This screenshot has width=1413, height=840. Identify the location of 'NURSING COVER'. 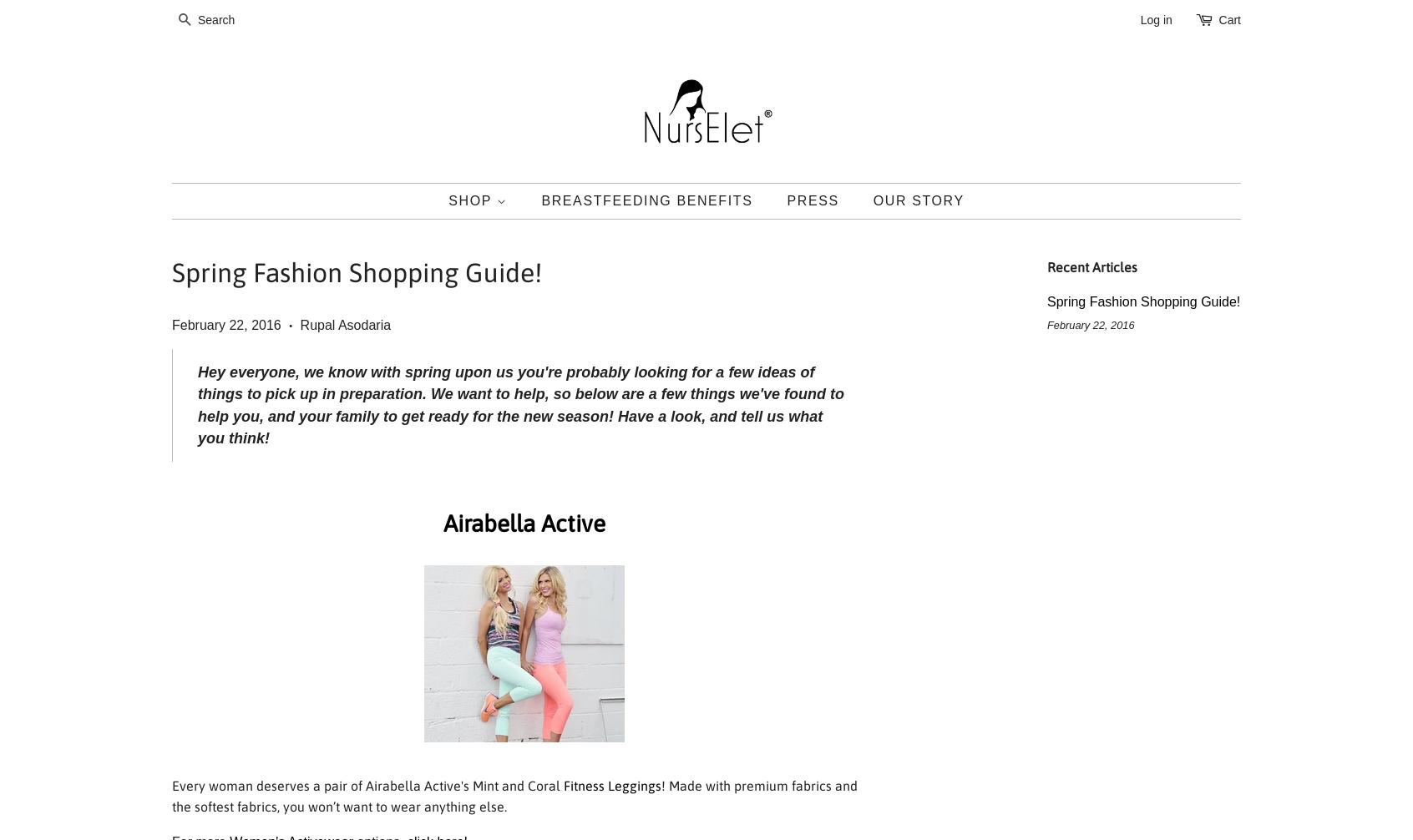
(448, 356).